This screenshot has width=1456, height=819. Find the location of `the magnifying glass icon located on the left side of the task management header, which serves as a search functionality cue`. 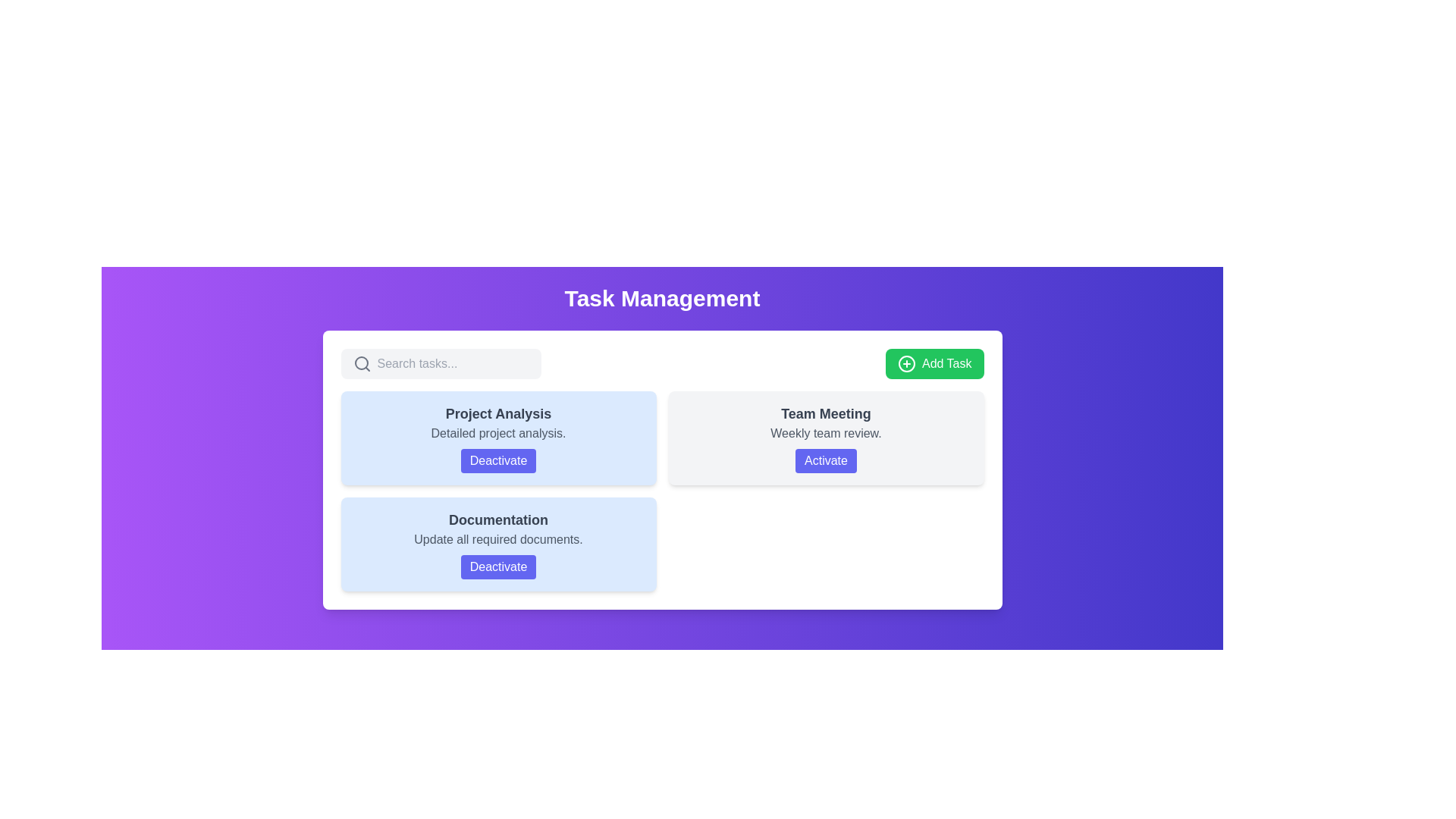

the magnifying glass icon located on the left side of the task management header, which serves as a search functionality cue is located at coordinates (360, 362).